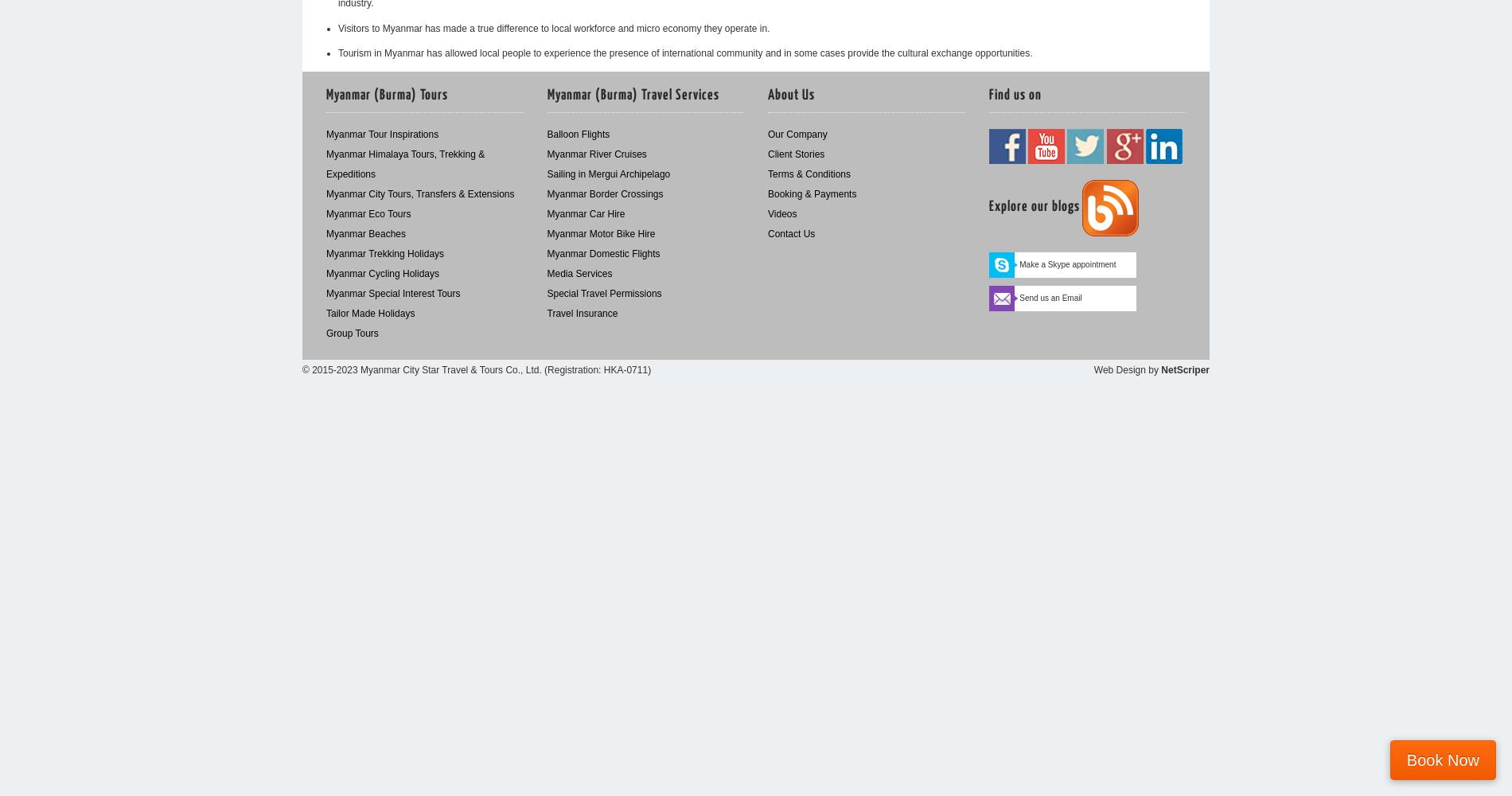  What do you see at coordinates (791, 234) in the screenshot?
I see `'Contact Us'` at bounding box center [791, 234].